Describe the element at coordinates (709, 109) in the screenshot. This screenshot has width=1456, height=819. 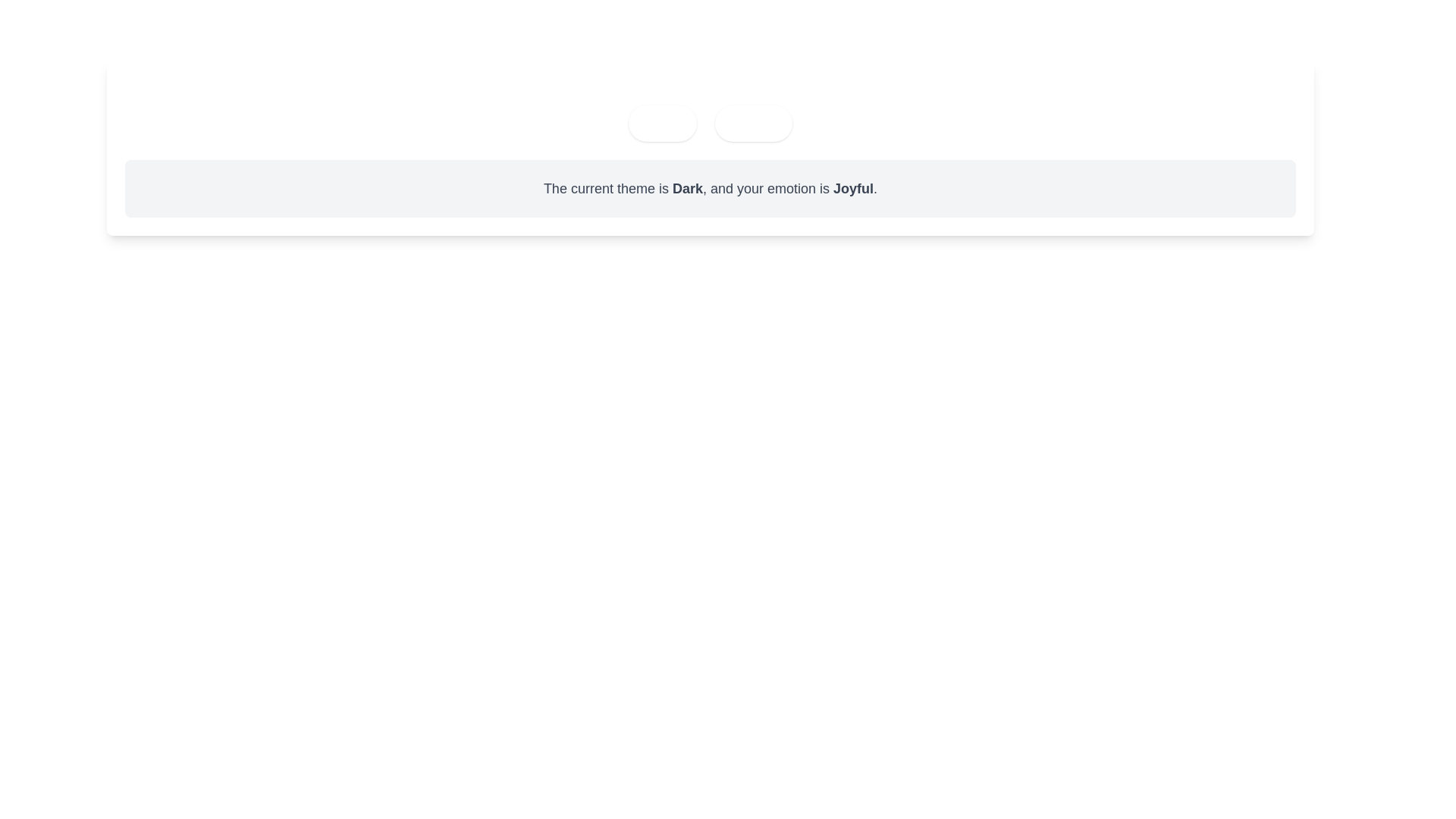
I see `the 'Happy' button in the interactive panel that allows users` at that location.